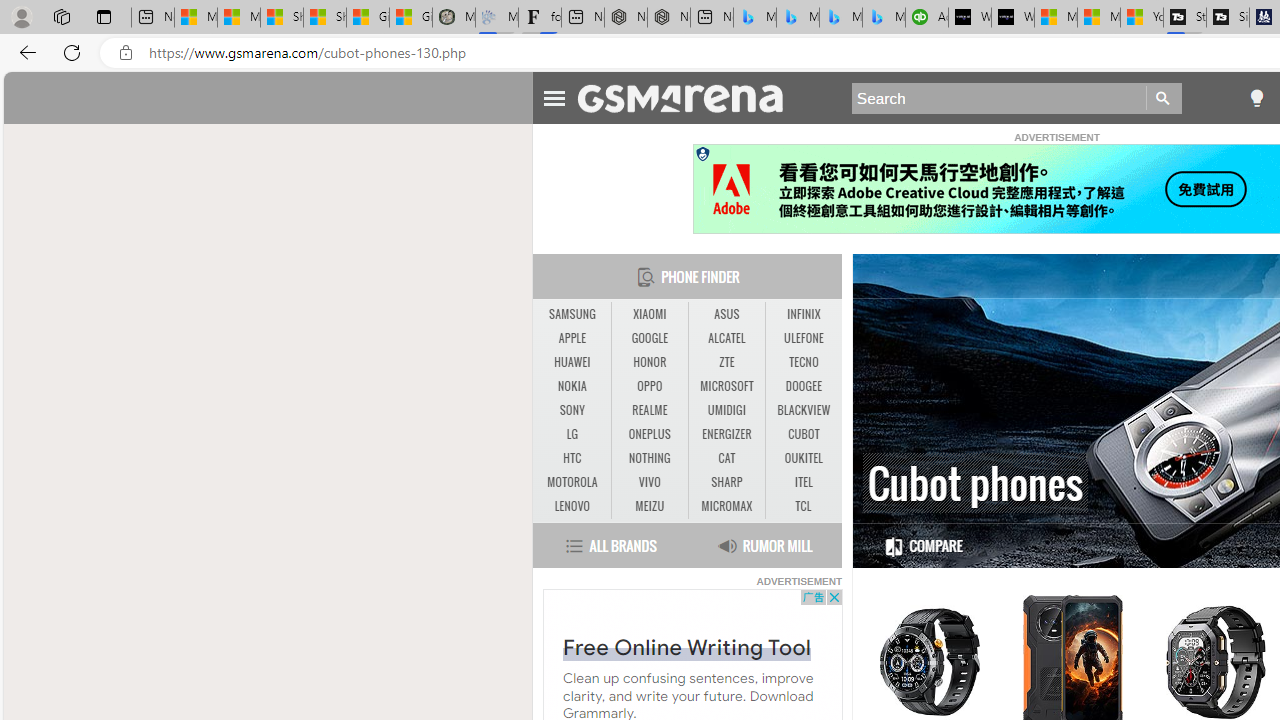 The height and width of the screenshot is (720, 1280). What do you see at coordinates (803, 505) in the screenshot?
I see `'TCL'` at bounding box center [803, 505].